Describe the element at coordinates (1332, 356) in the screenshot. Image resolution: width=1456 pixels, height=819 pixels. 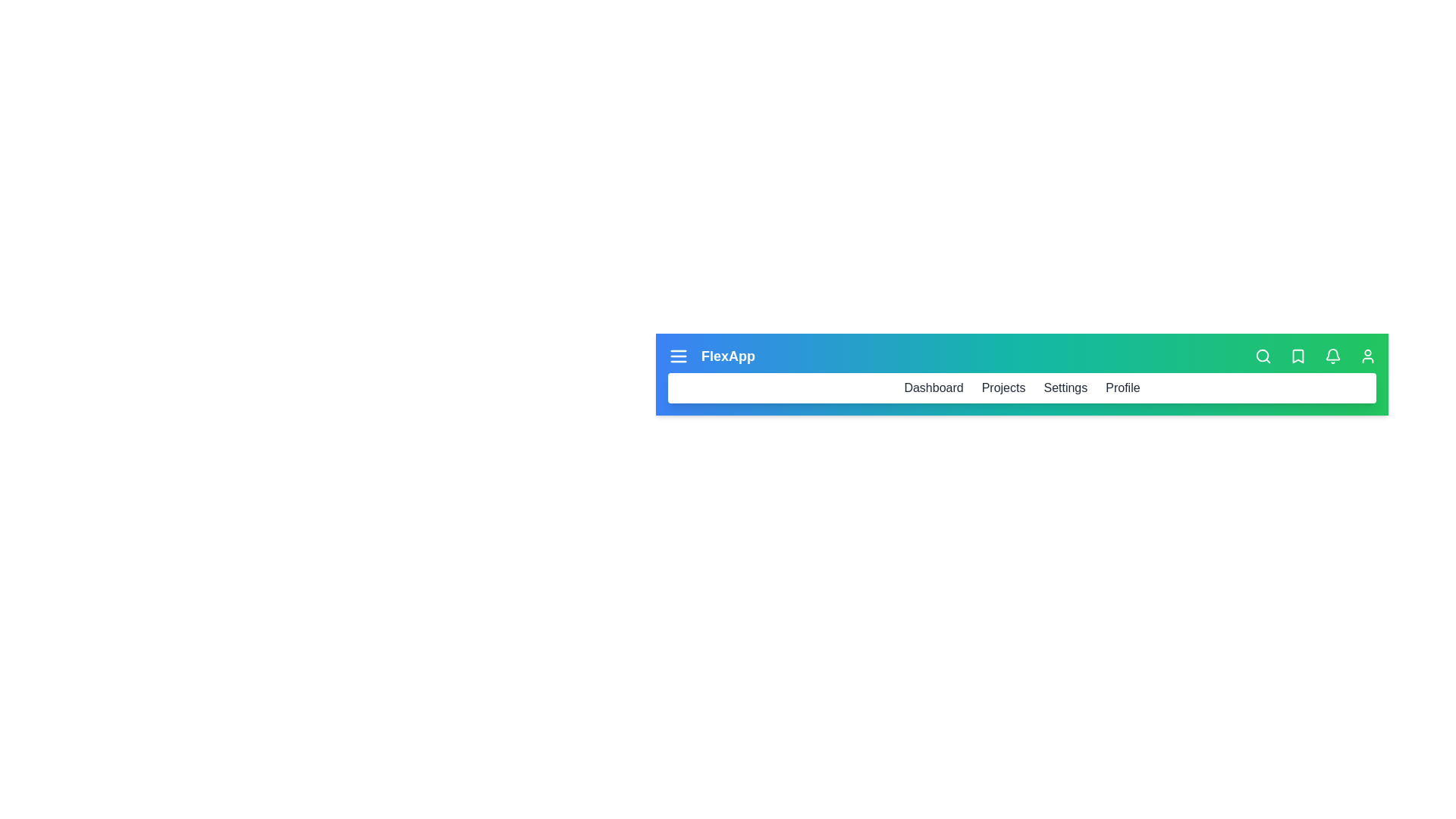
I see `the notification (bell) icon` at that location.